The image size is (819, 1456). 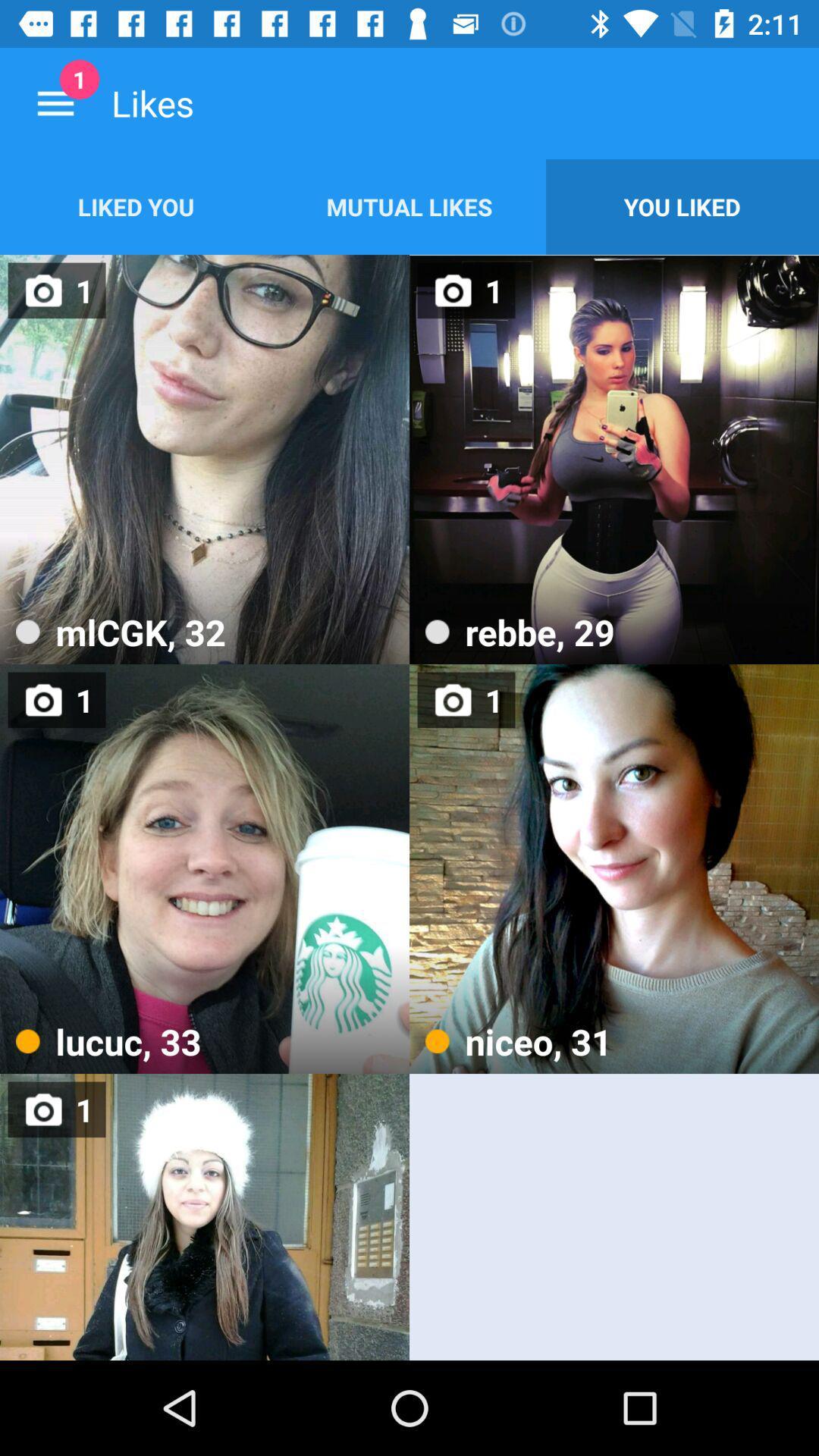 What do you see at coordinates (55, 102) in the screenshot?
I see `item above the liked you icon` at bounding box center [55, 102].